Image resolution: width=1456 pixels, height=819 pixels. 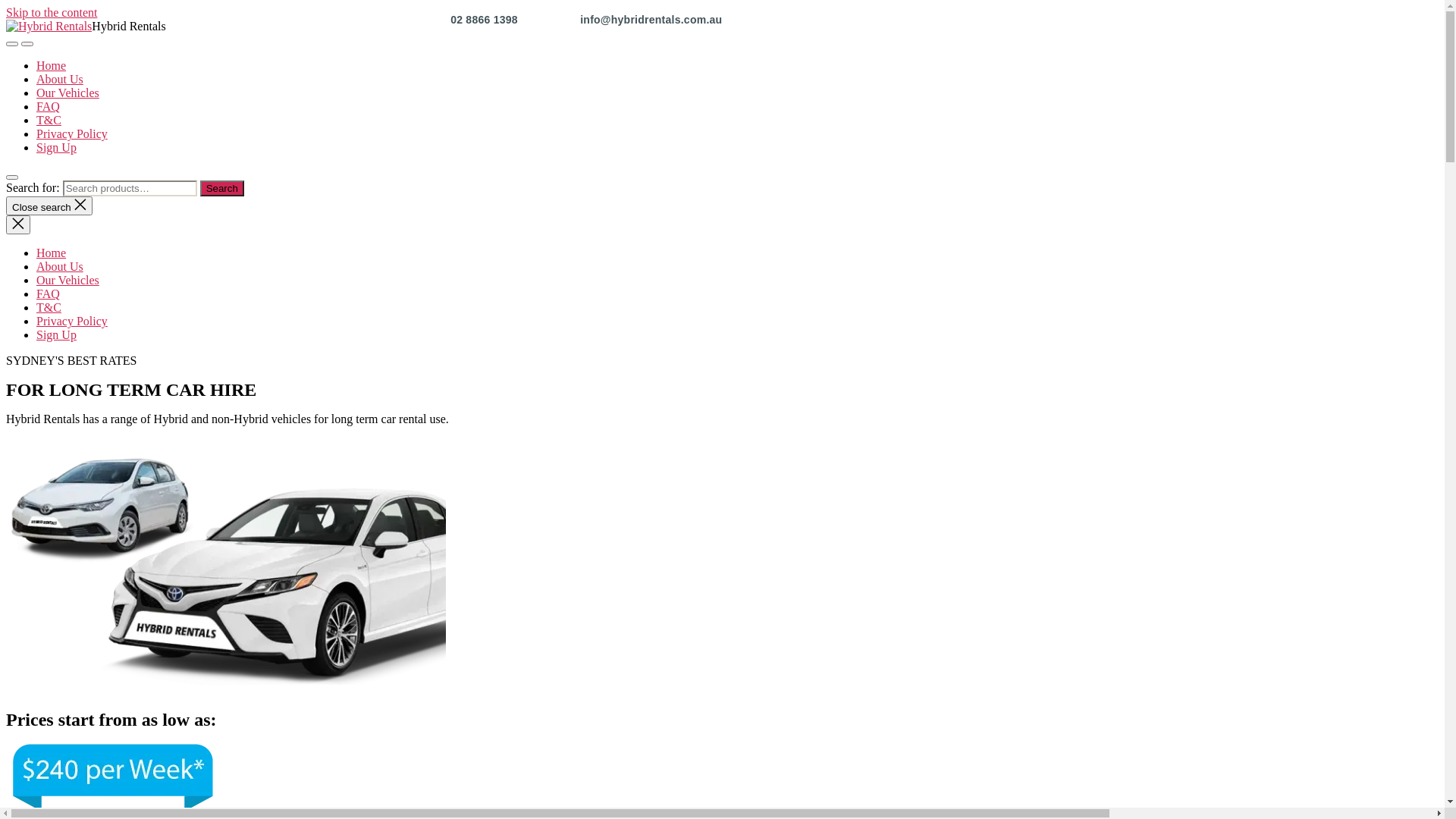 I want to click on 'FAQ', so click(x=36, y=105).